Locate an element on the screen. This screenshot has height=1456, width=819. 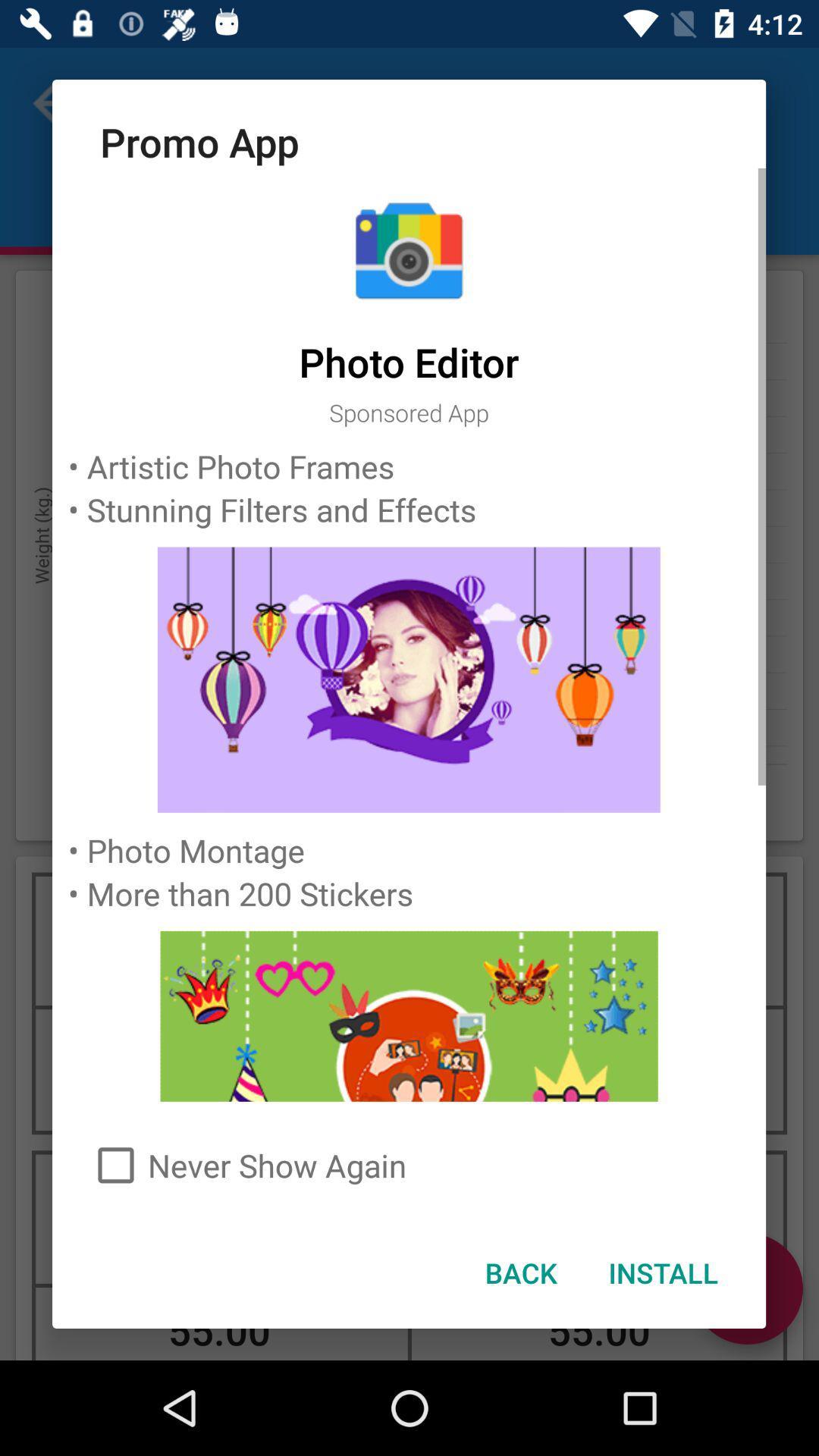
item next to the back icon is located at coordinates (662, 1272).